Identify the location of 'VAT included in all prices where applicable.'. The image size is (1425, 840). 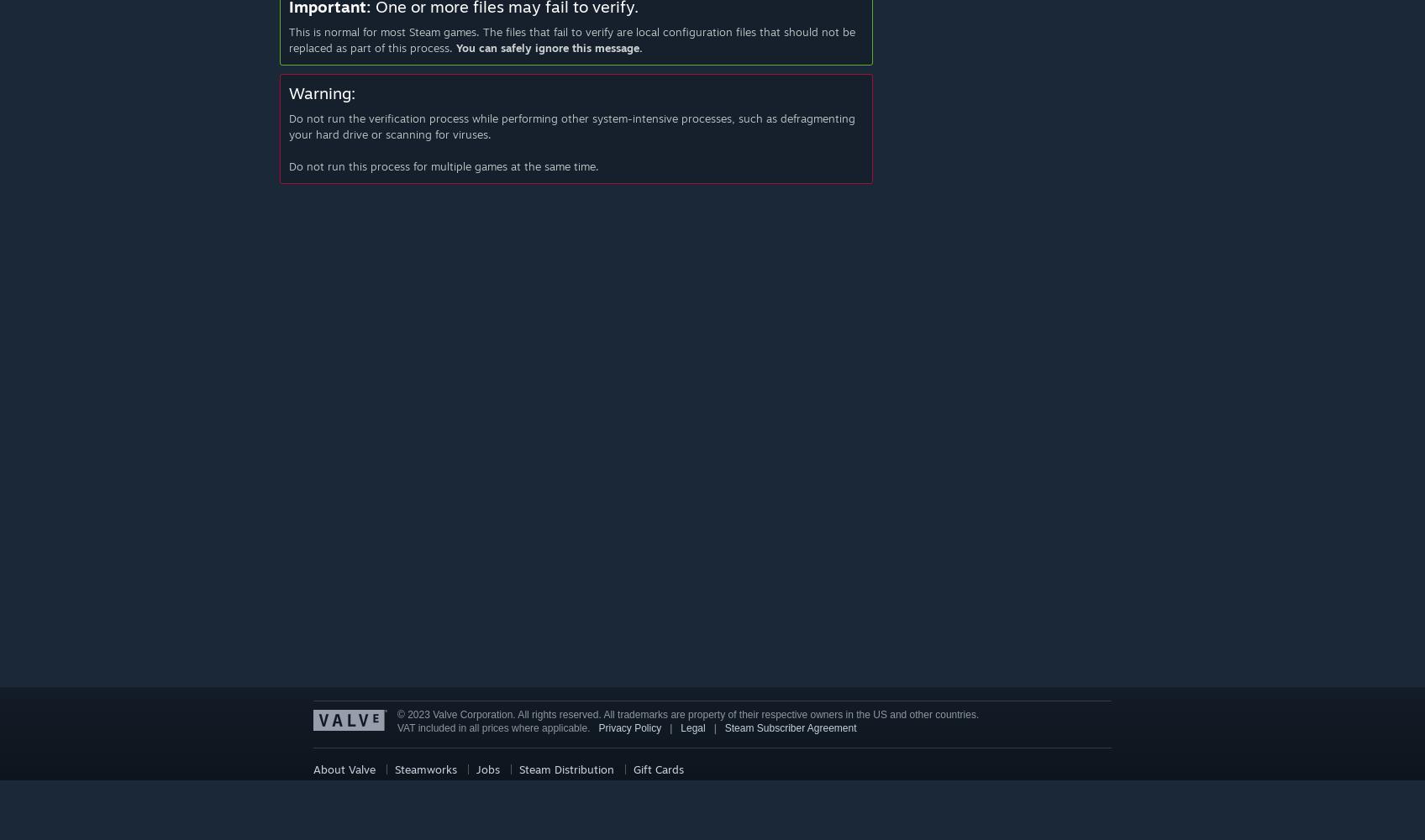
(497, 727).